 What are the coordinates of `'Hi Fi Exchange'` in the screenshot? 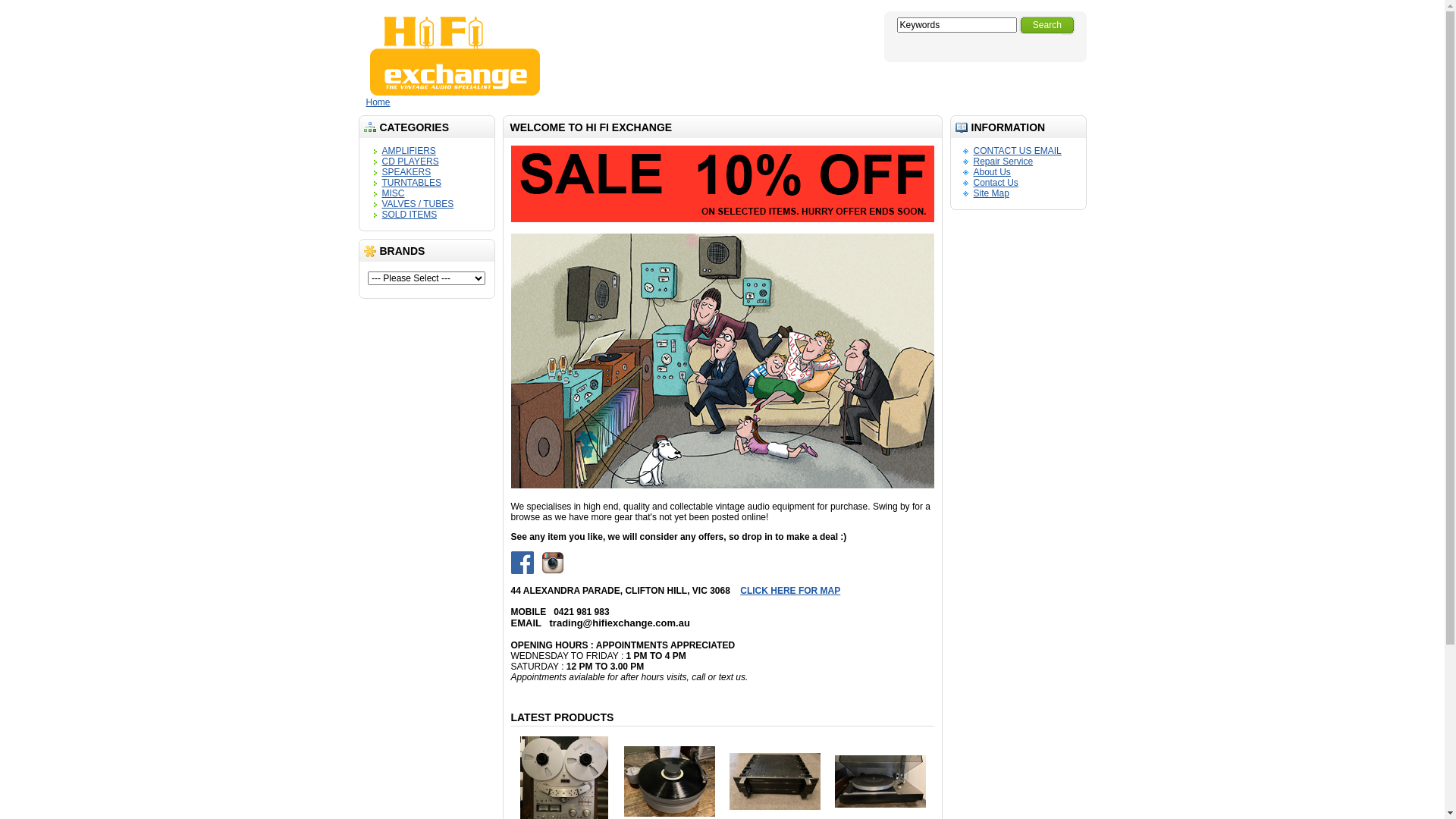 It's located at (454, 55).